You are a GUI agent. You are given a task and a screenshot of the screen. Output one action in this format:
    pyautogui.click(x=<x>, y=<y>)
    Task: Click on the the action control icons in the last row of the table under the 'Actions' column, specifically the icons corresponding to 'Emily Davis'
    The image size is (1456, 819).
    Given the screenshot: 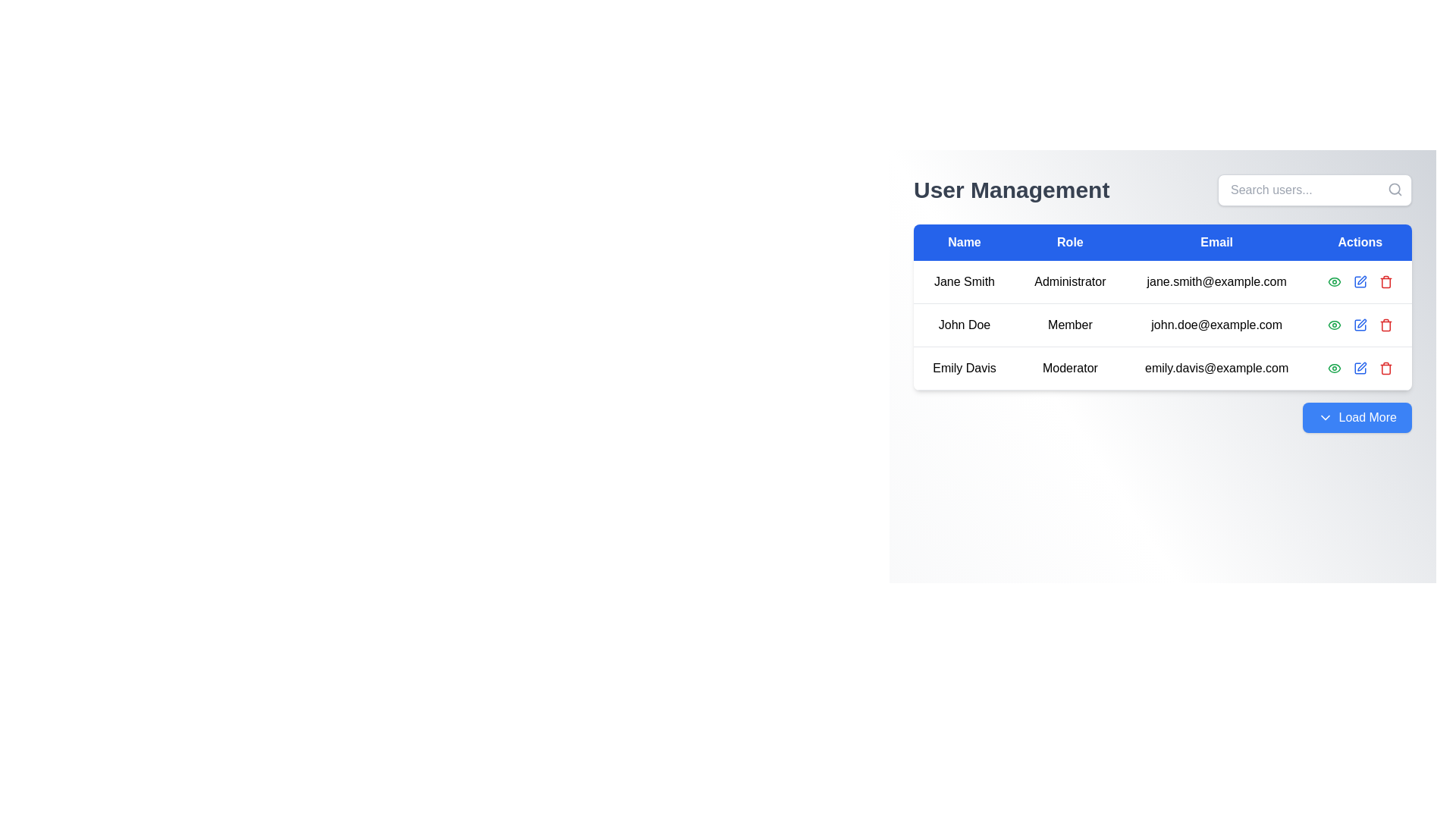 What is the action you would take?
    pyautogui.click(x=1360, y=369)
    